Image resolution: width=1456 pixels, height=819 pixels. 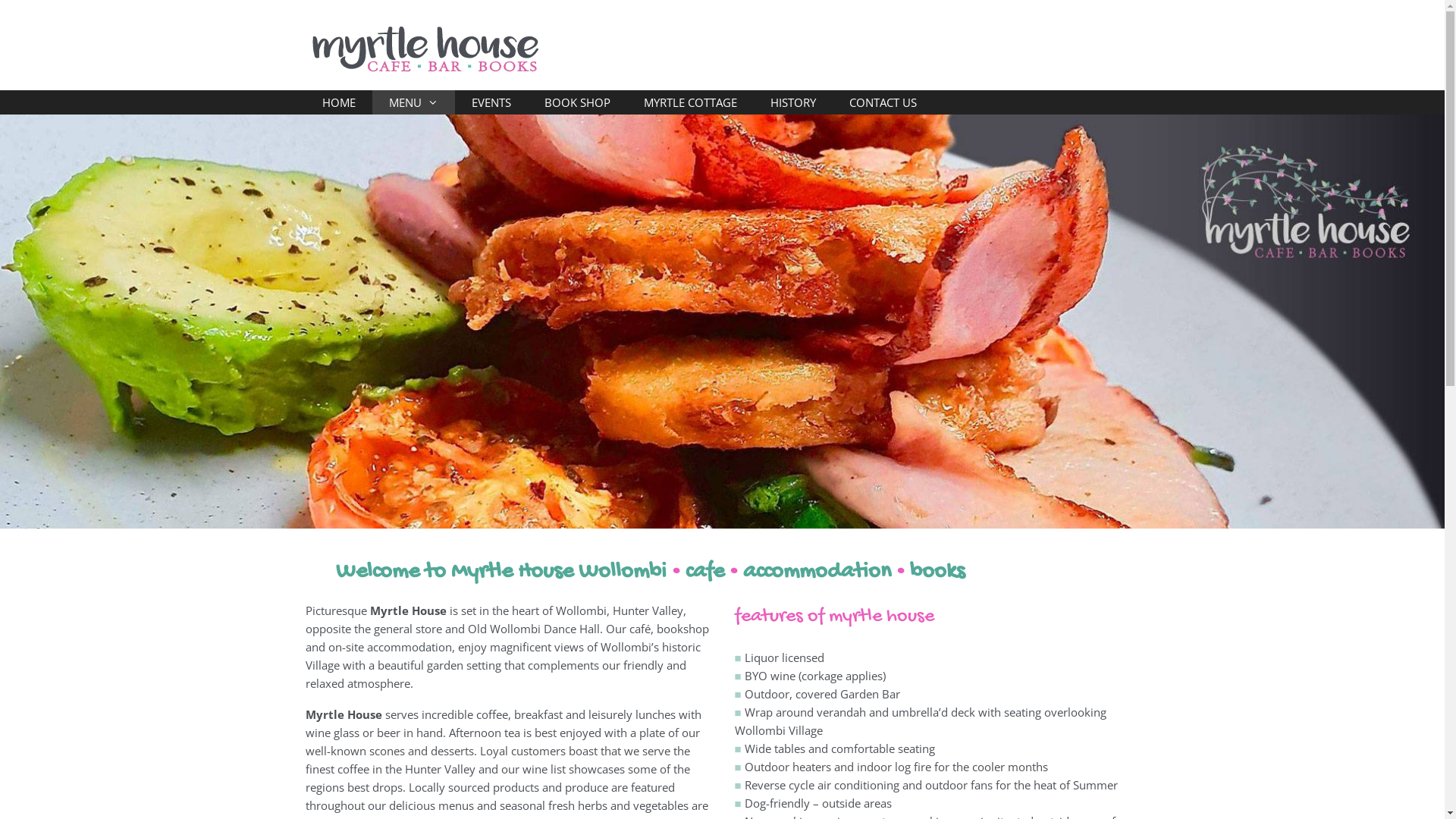 I want to click on 'HOME', so click(x=304, y=102).